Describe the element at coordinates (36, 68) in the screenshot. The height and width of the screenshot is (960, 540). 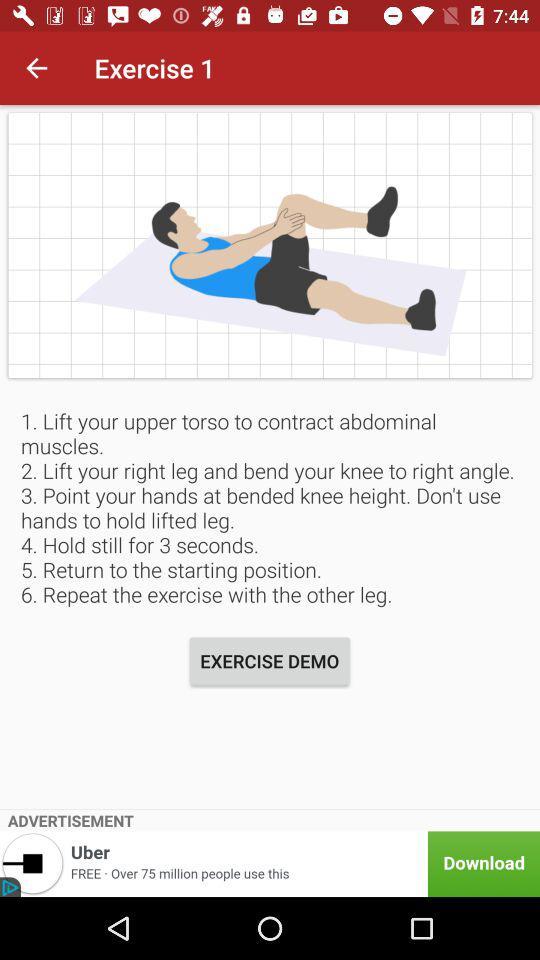
I see `app to the left of exercise 1 item` at that location.